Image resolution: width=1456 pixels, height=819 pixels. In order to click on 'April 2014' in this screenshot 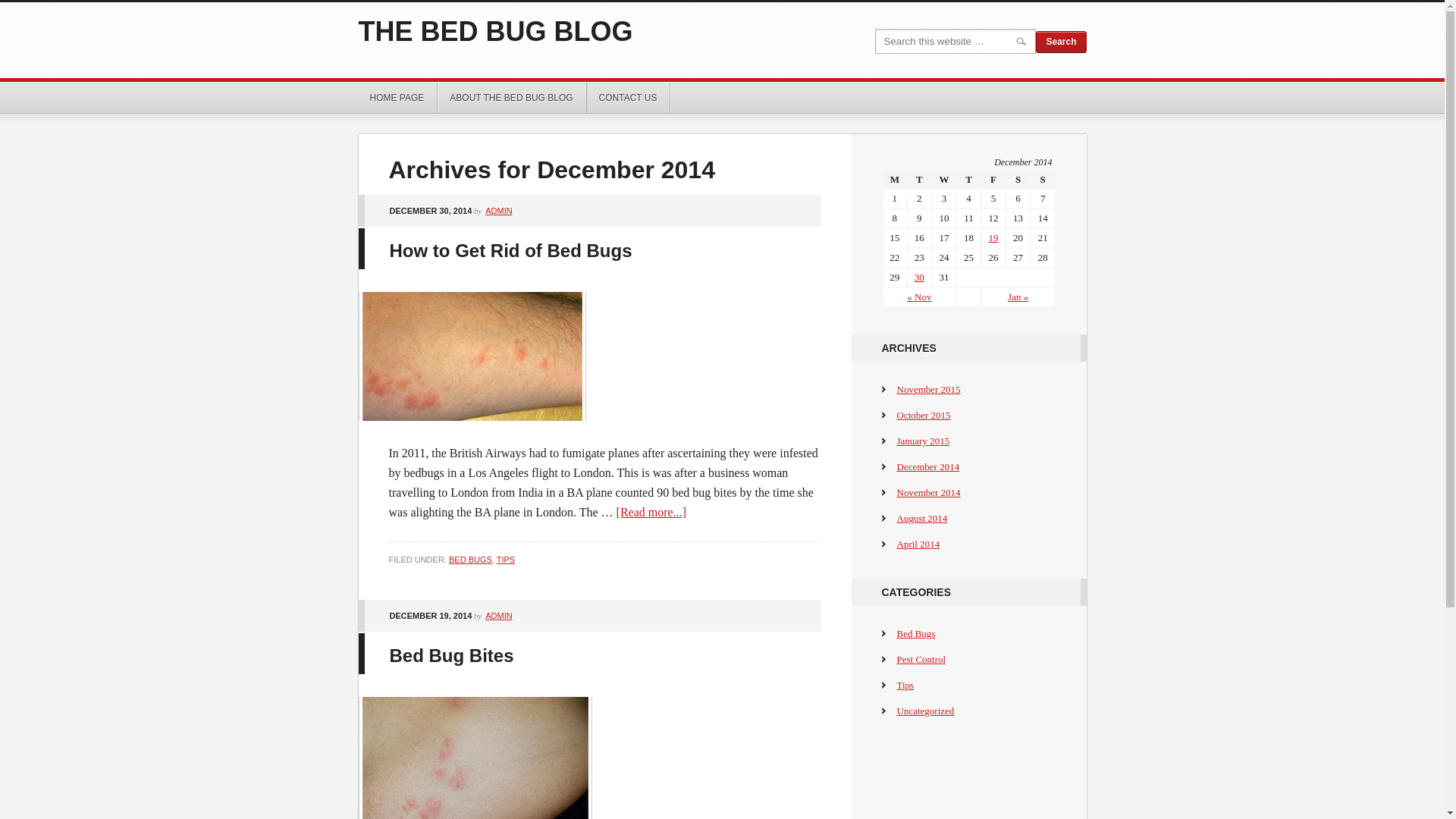, I will do `click(917, 543)`.